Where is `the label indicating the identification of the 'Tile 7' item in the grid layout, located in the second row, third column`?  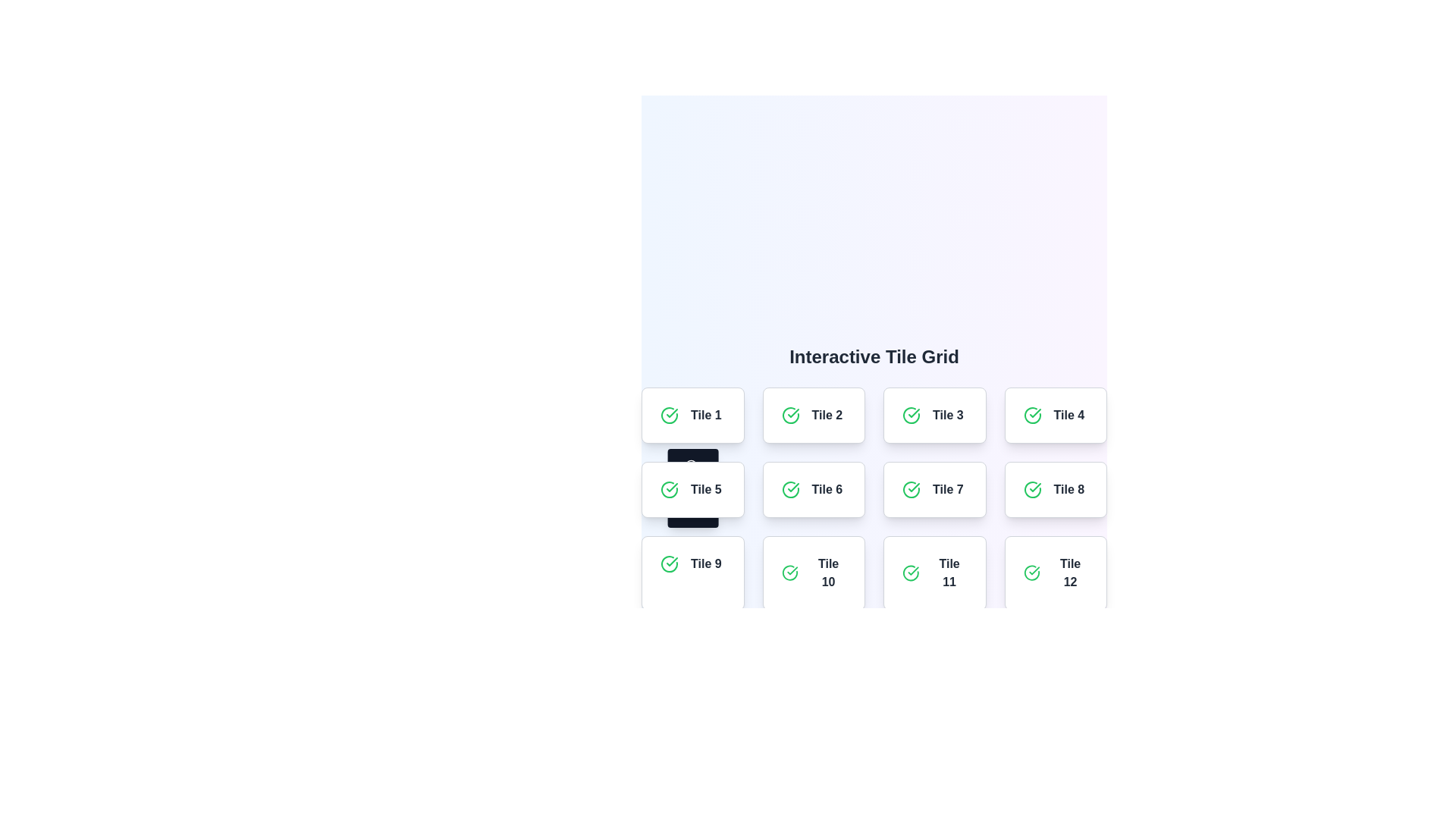 the label indicating the identification of the 'Tile 7' item in the grid layout, located in the second row, third column is located at coordinates (947, 489).